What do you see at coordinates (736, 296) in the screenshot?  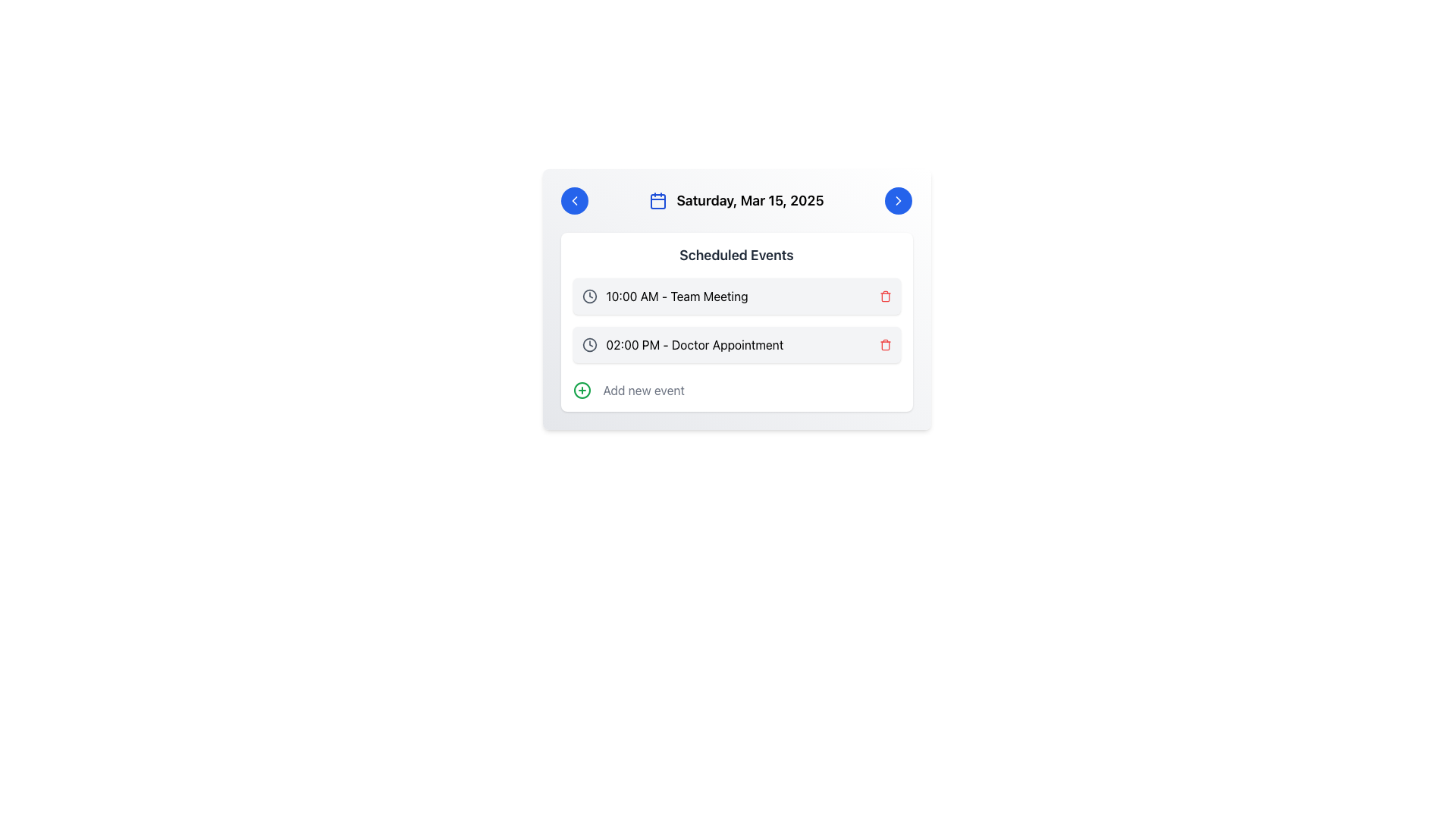 I see `the event text '10:00 AM - Team Meeting' in the first Event Entry element below the 'Scheduled Events' header` at bounding box center [736, 296].